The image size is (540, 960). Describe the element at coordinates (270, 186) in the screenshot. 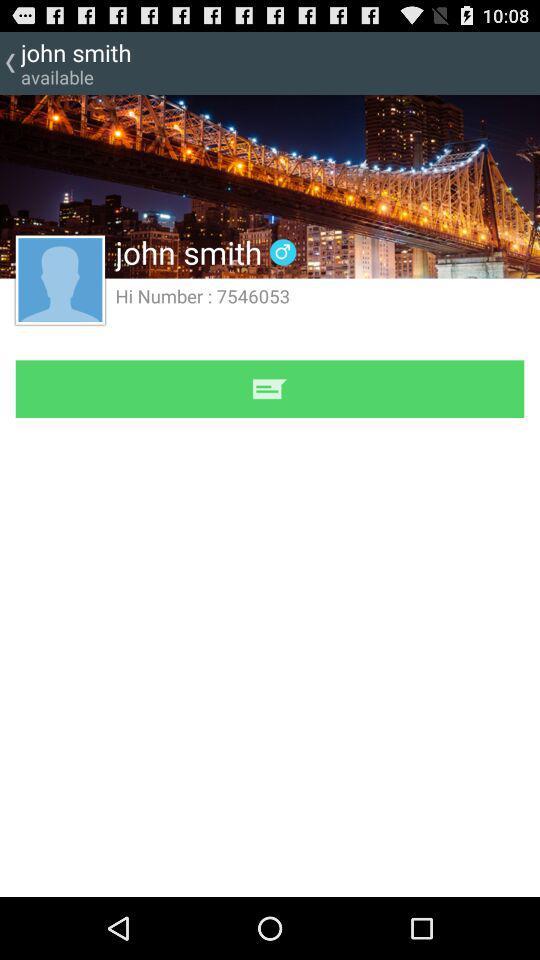

I see `the icon below the available item` at that location.